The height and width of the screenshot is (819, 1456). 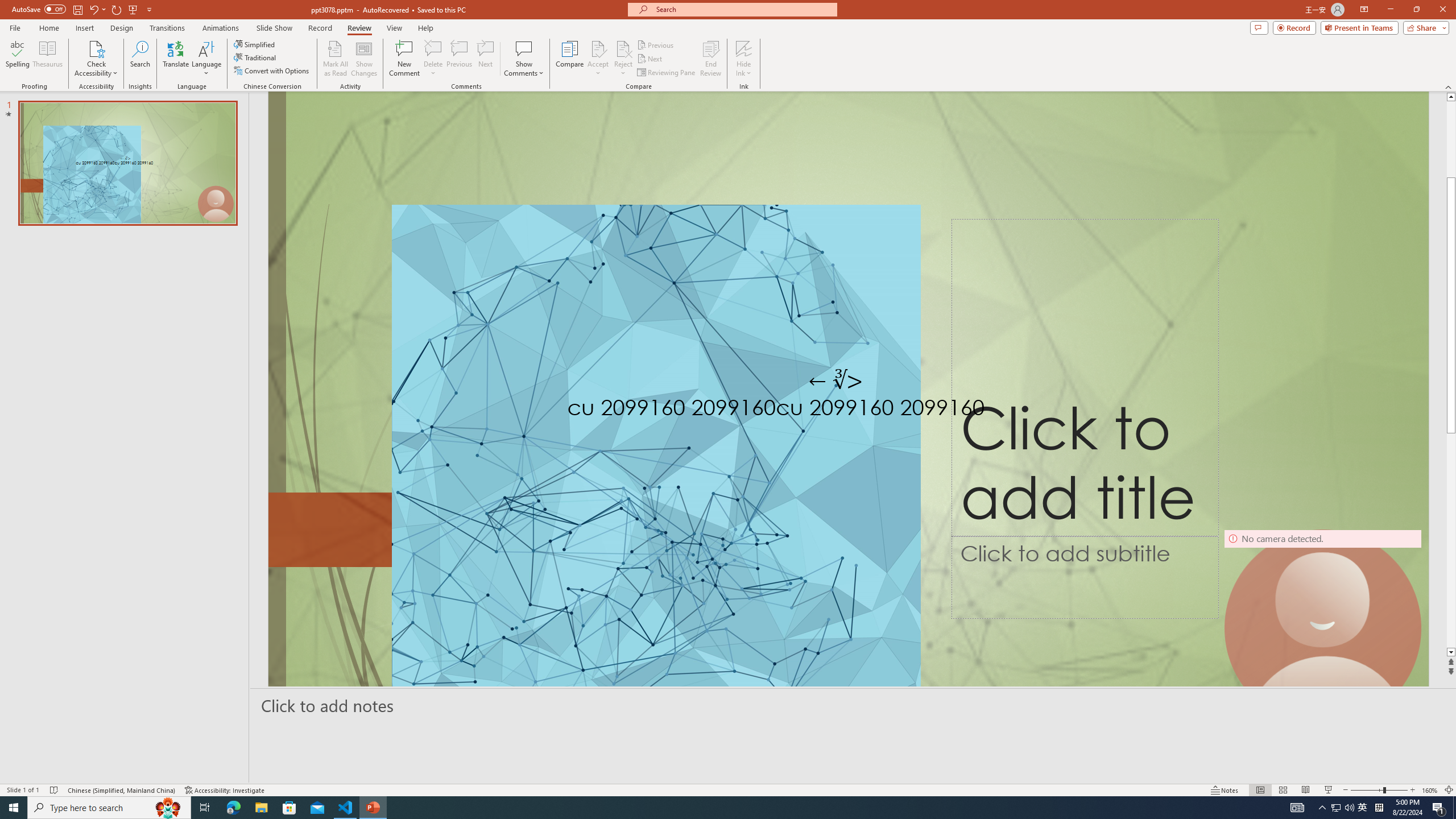 I want to click on 'Language', so click(x=206, y=59).